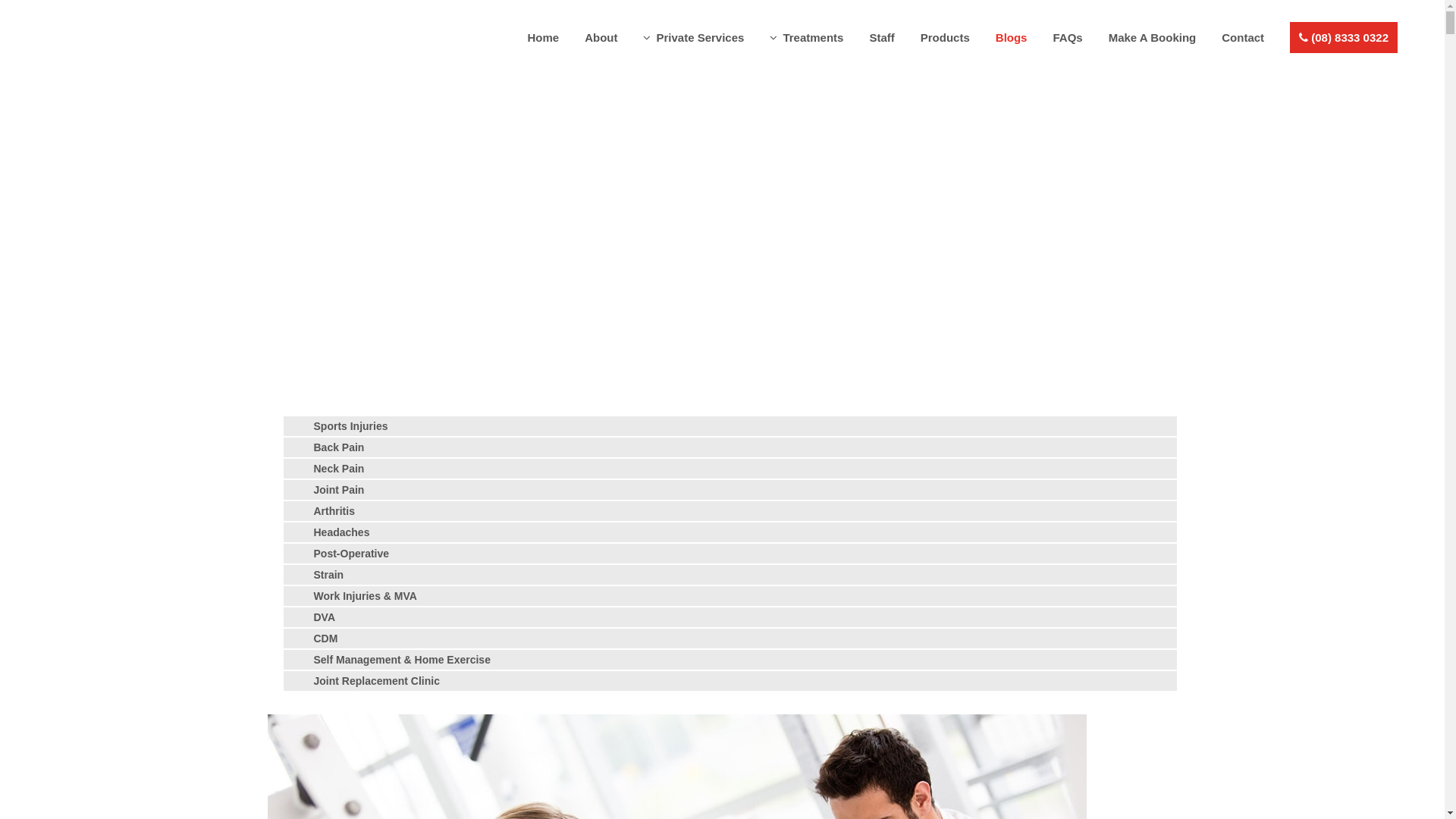 The width and height of the screenshot is (1456, 819). I want to click on 'Arthritis', so click(334, 511).